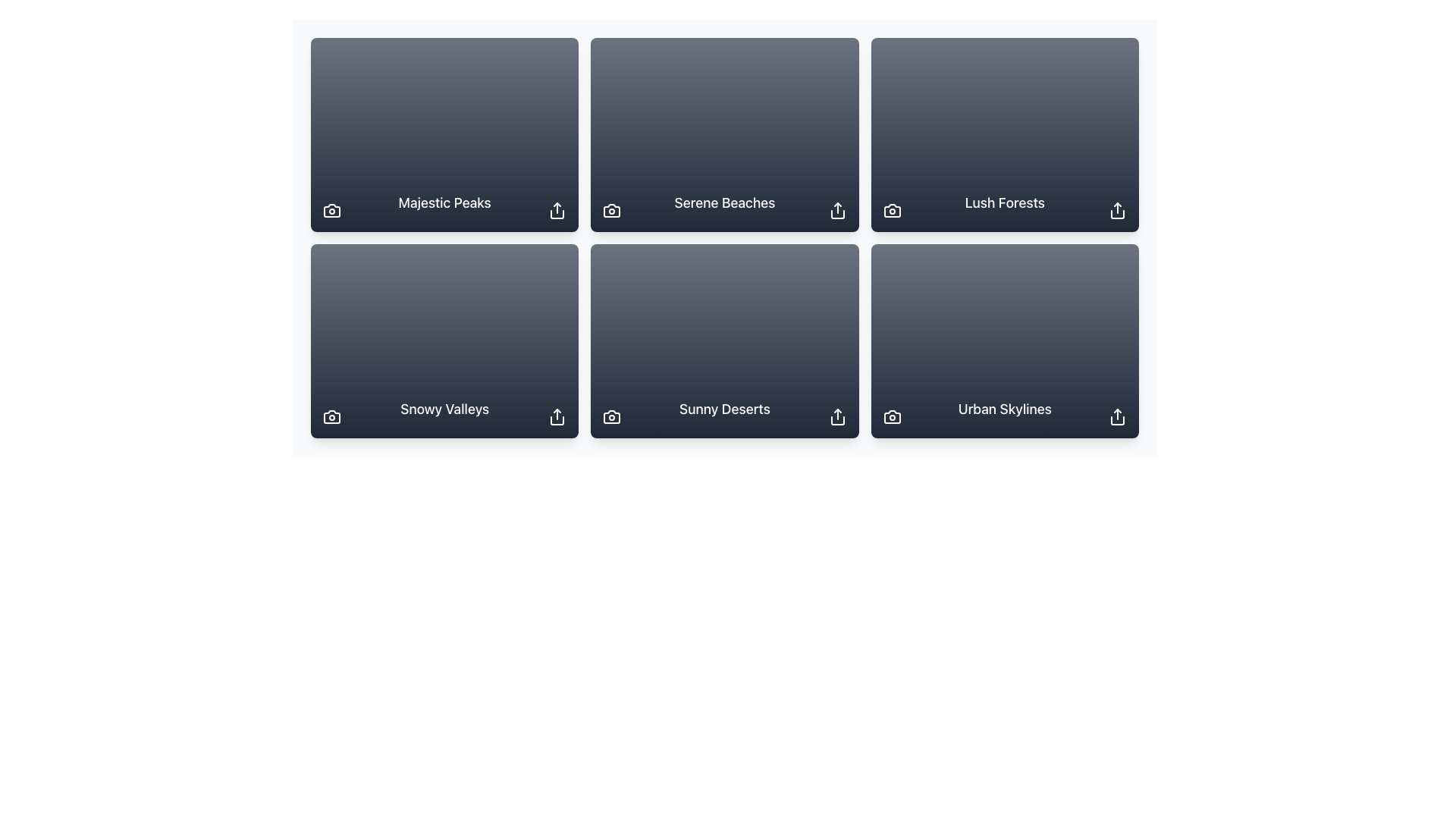 Image resolution: width=1456 pixels, height=819 pixels. Describe the element at coordinates (1005, 202) in the screenshot. I see `text of the descriptive title label located in the upper-right card of a grid, centered in the third column of the first row` at that location.